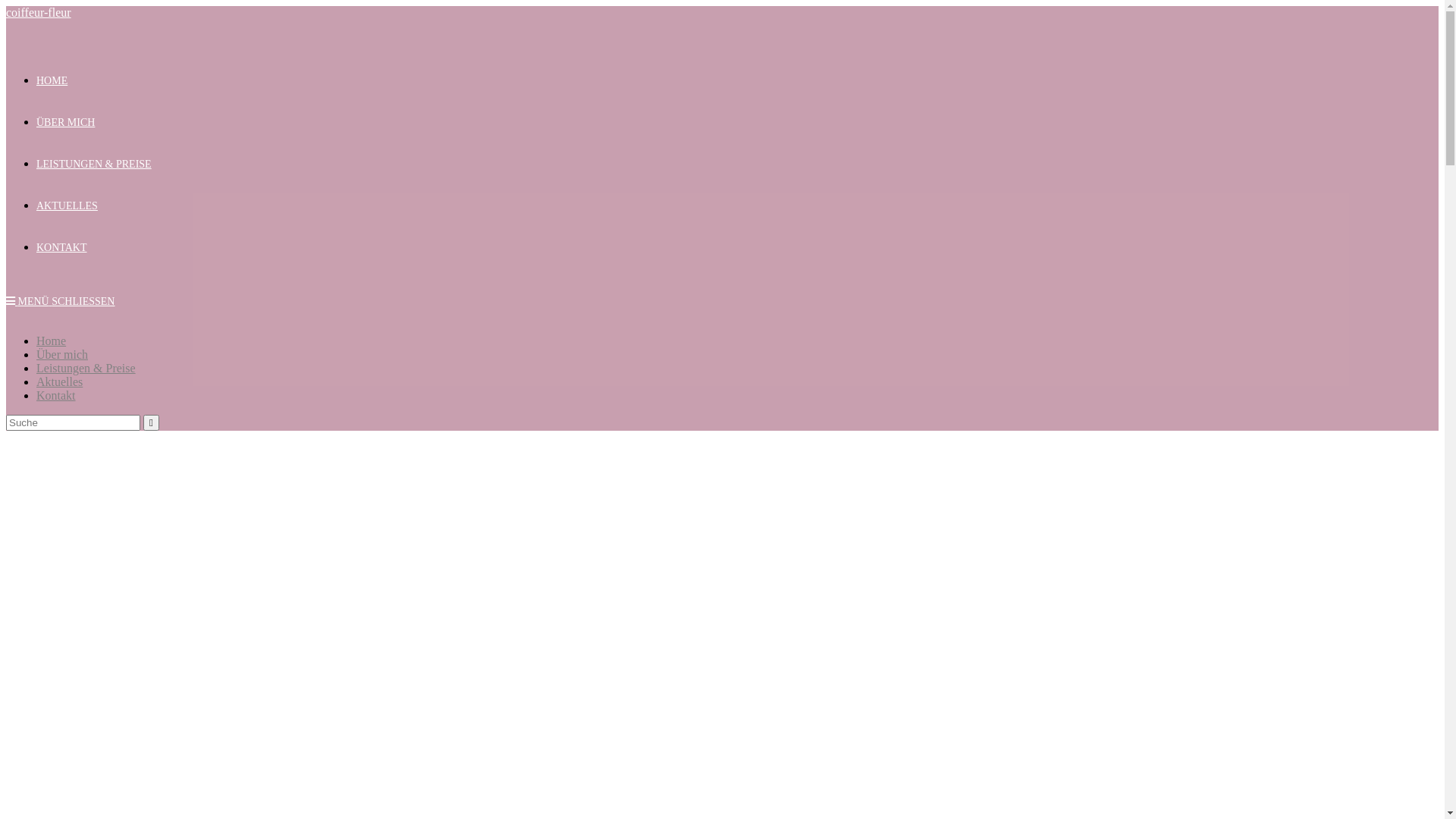 The height and width of the screenshot is (819, 1456). I want to click on 'coiffeur-fleur', so click(39, 12).